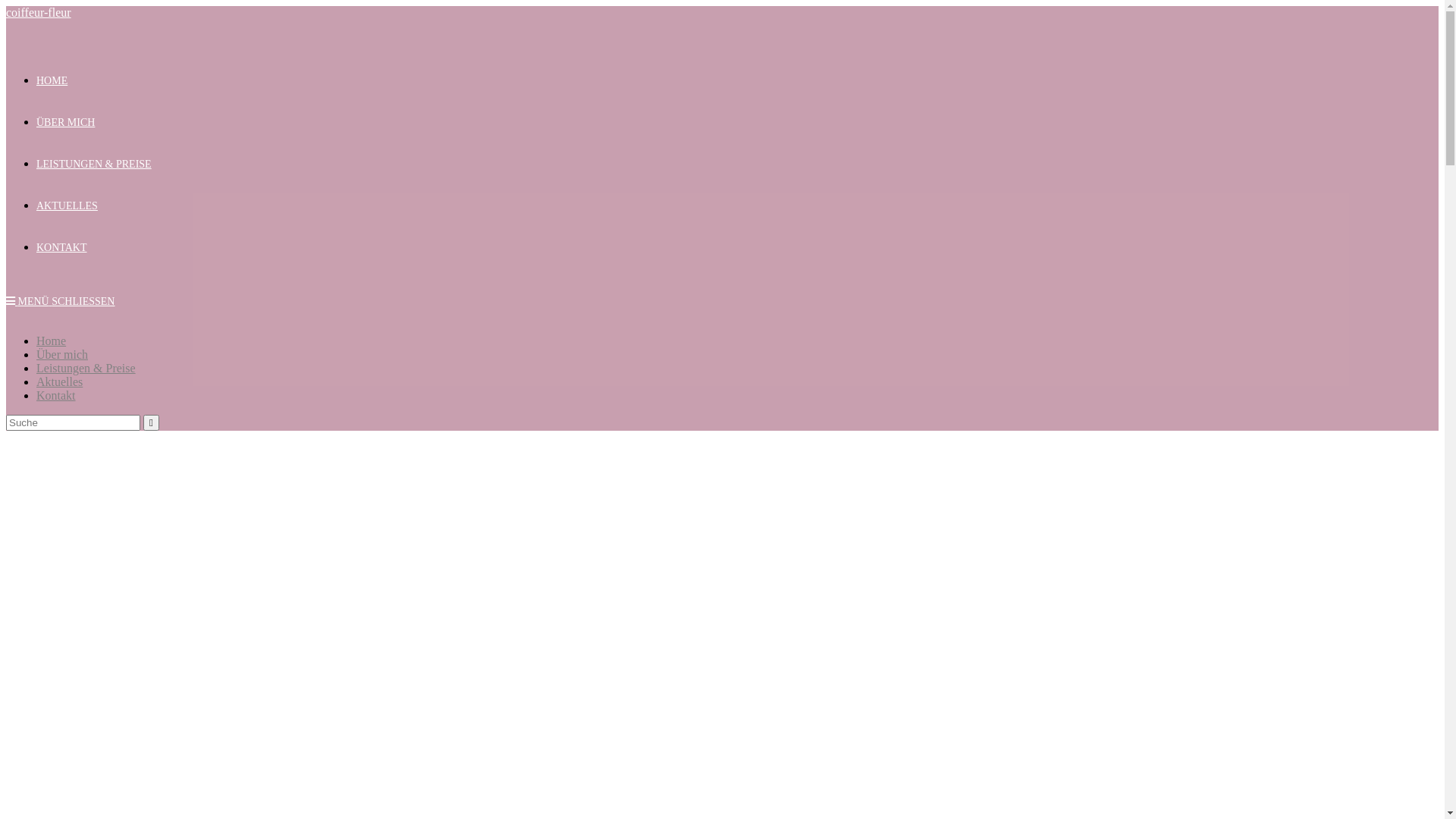 The height and width of the screenshot is (819, 1456). I want to click on 'coiffeur-fleur', so click(39, 12).